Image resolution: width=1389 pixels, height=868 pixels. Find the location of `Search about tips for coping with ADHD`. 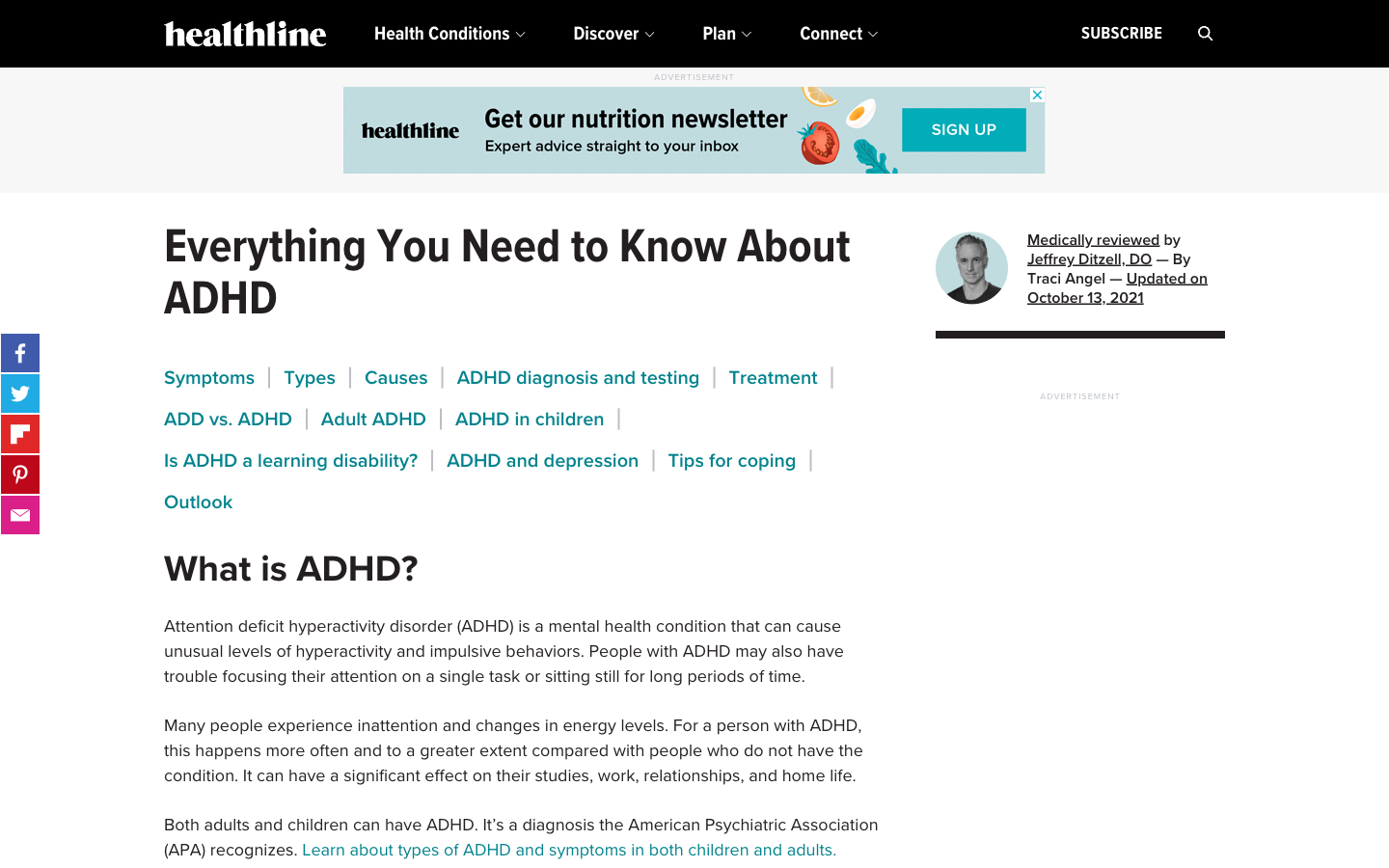

Search about tips for coping with ADHD is located at coordinates (730, 459).